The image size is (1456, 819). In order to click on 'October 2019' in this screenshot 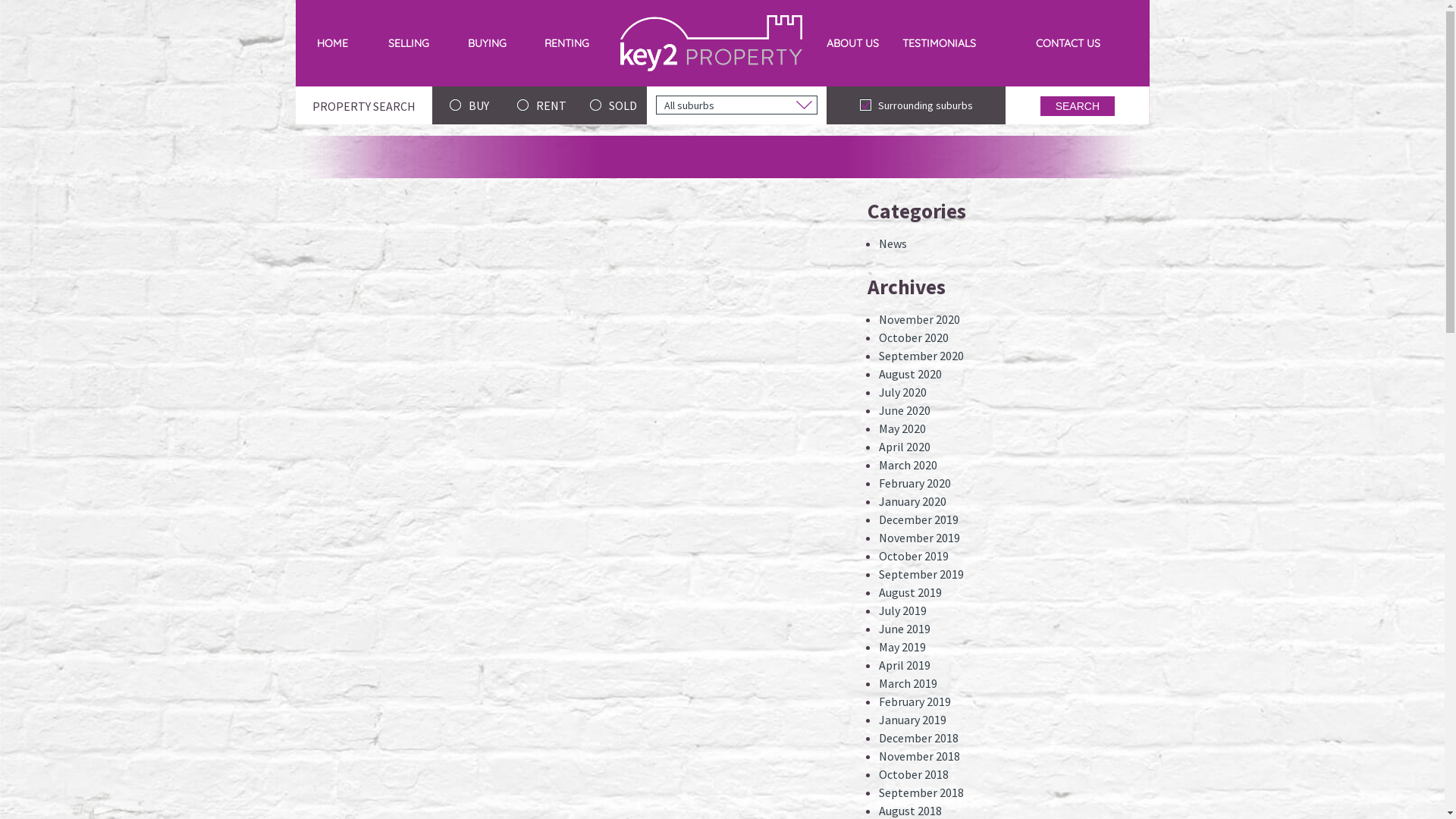, I will do `click(912, 555)`.